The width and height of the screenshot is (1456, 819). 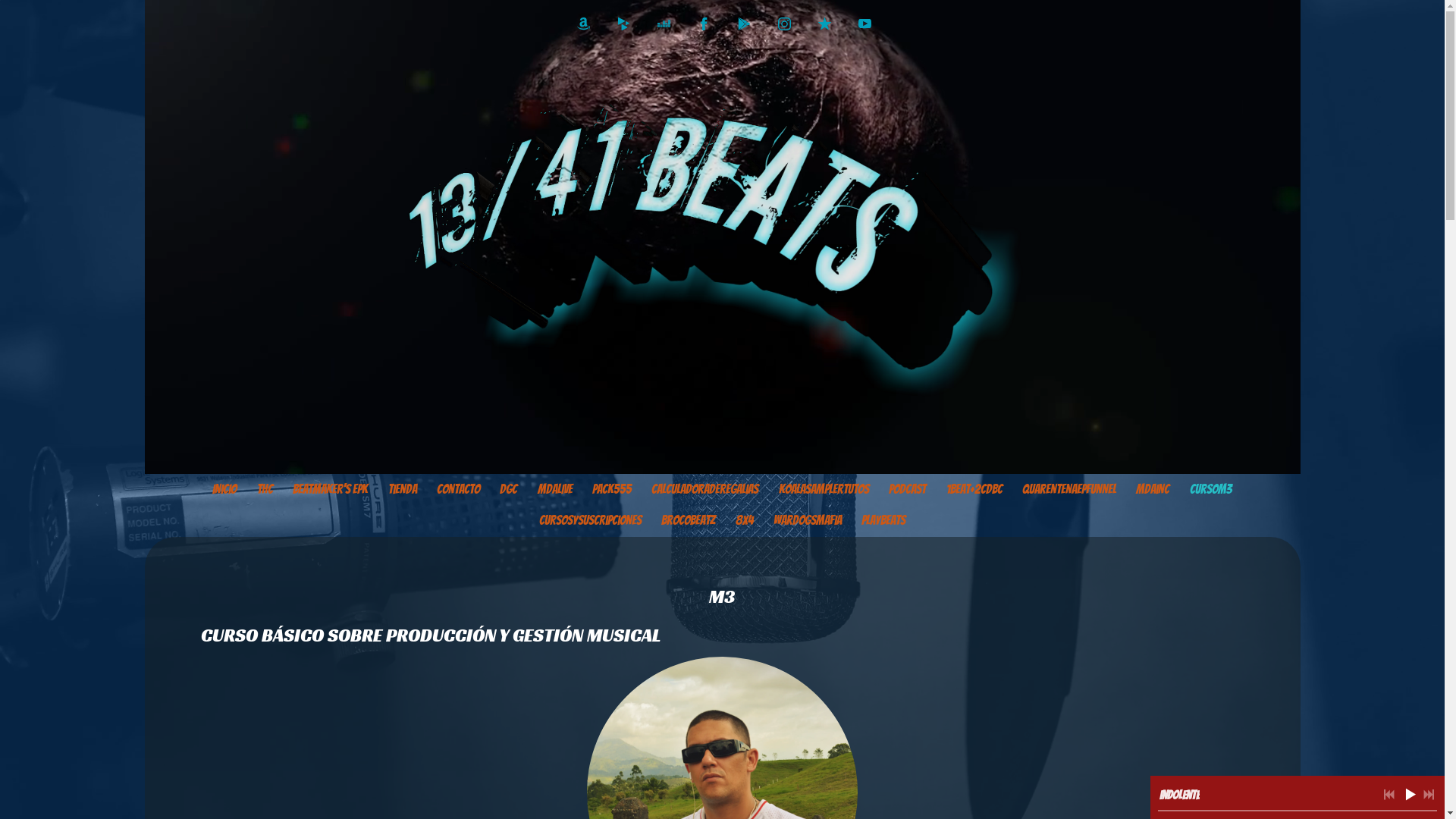 What do you see at coordinates (1178, 489) in the screenshot?
I see `'CursoM3'` at bounding box center [1178, 489].